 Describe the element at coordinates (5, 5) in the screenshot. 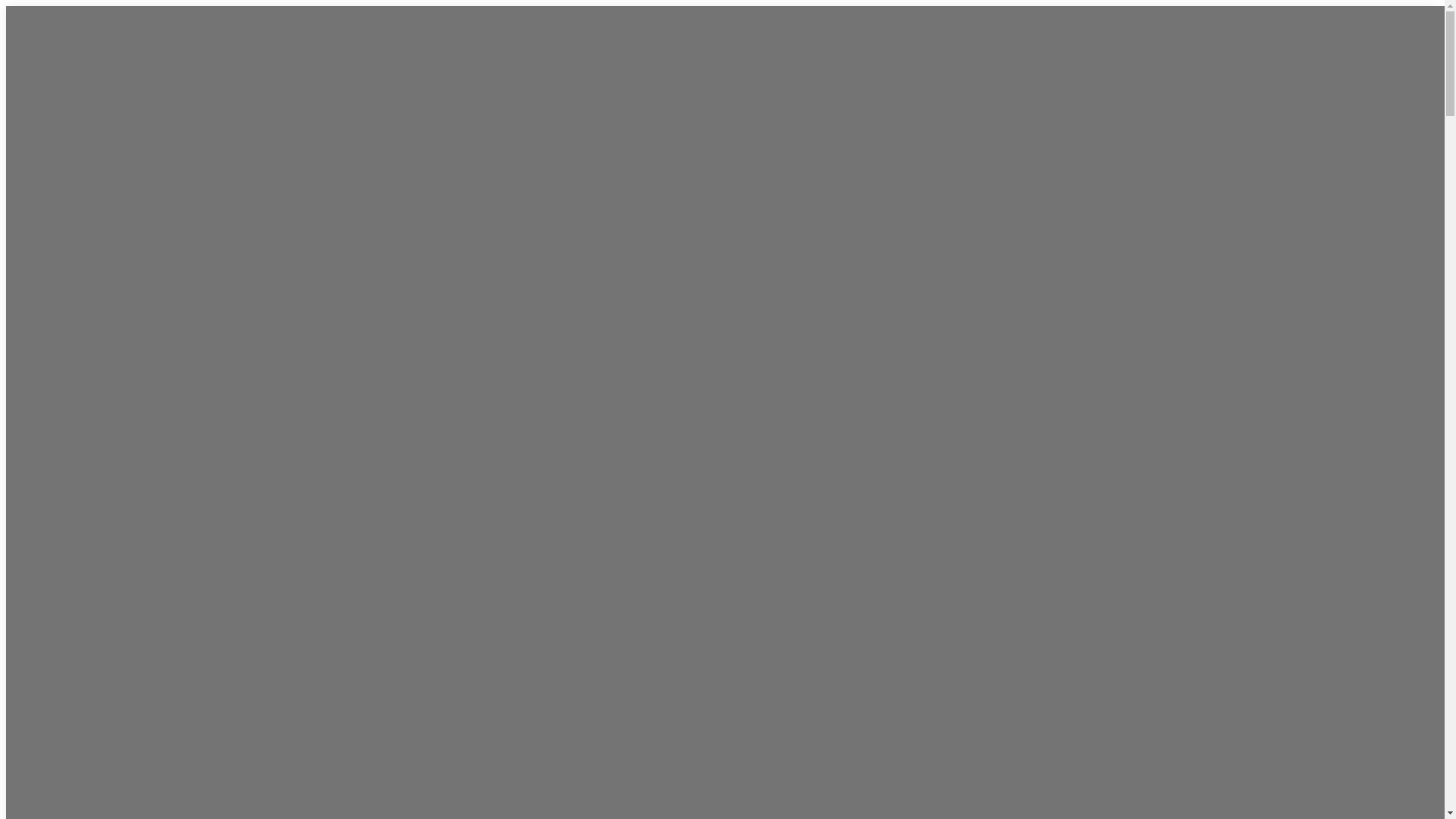

I see `'Skip to content'` at that location.